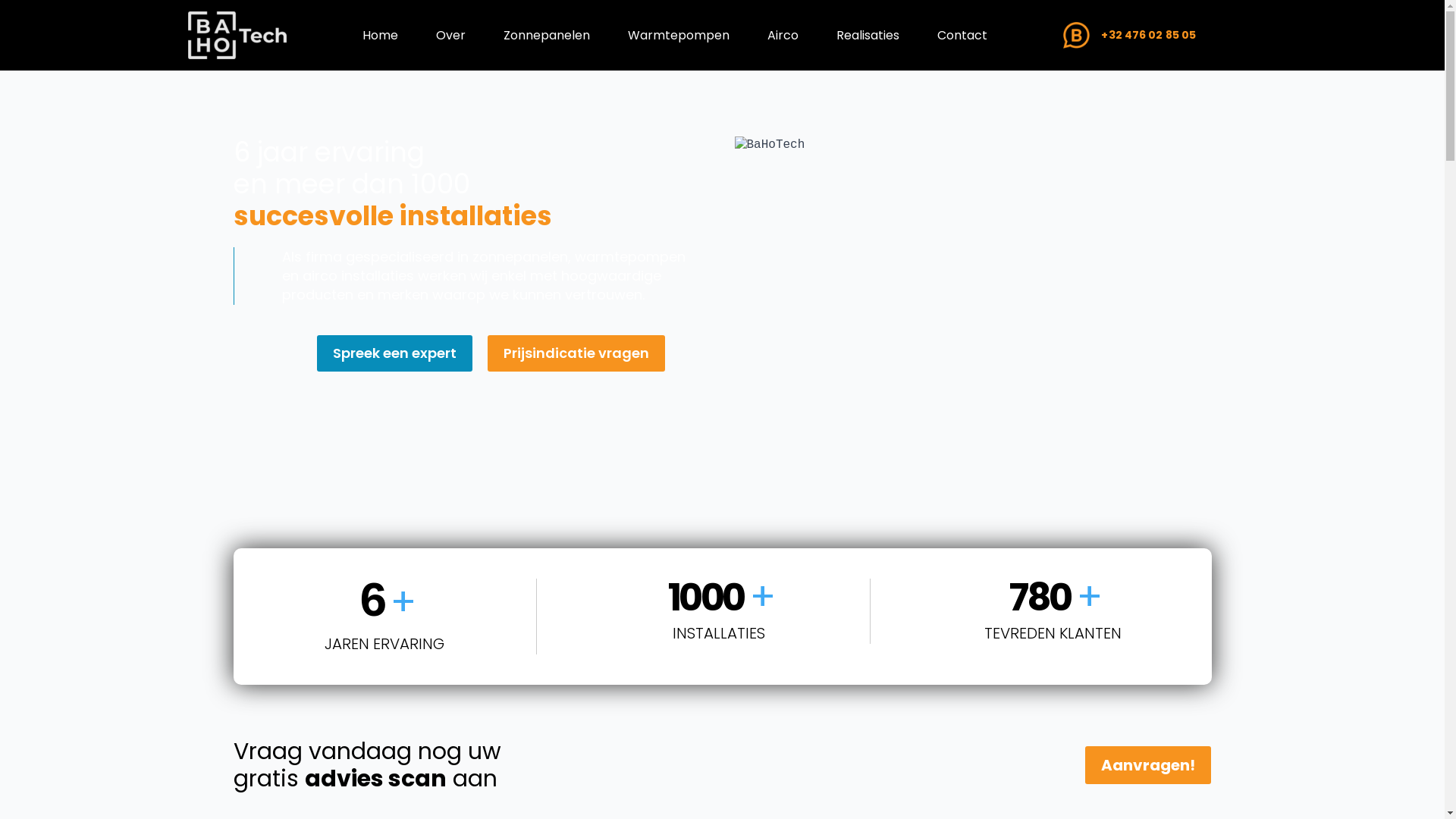 The image size is (1456, 819). I want to click on 'Contact', so click(921, 34).